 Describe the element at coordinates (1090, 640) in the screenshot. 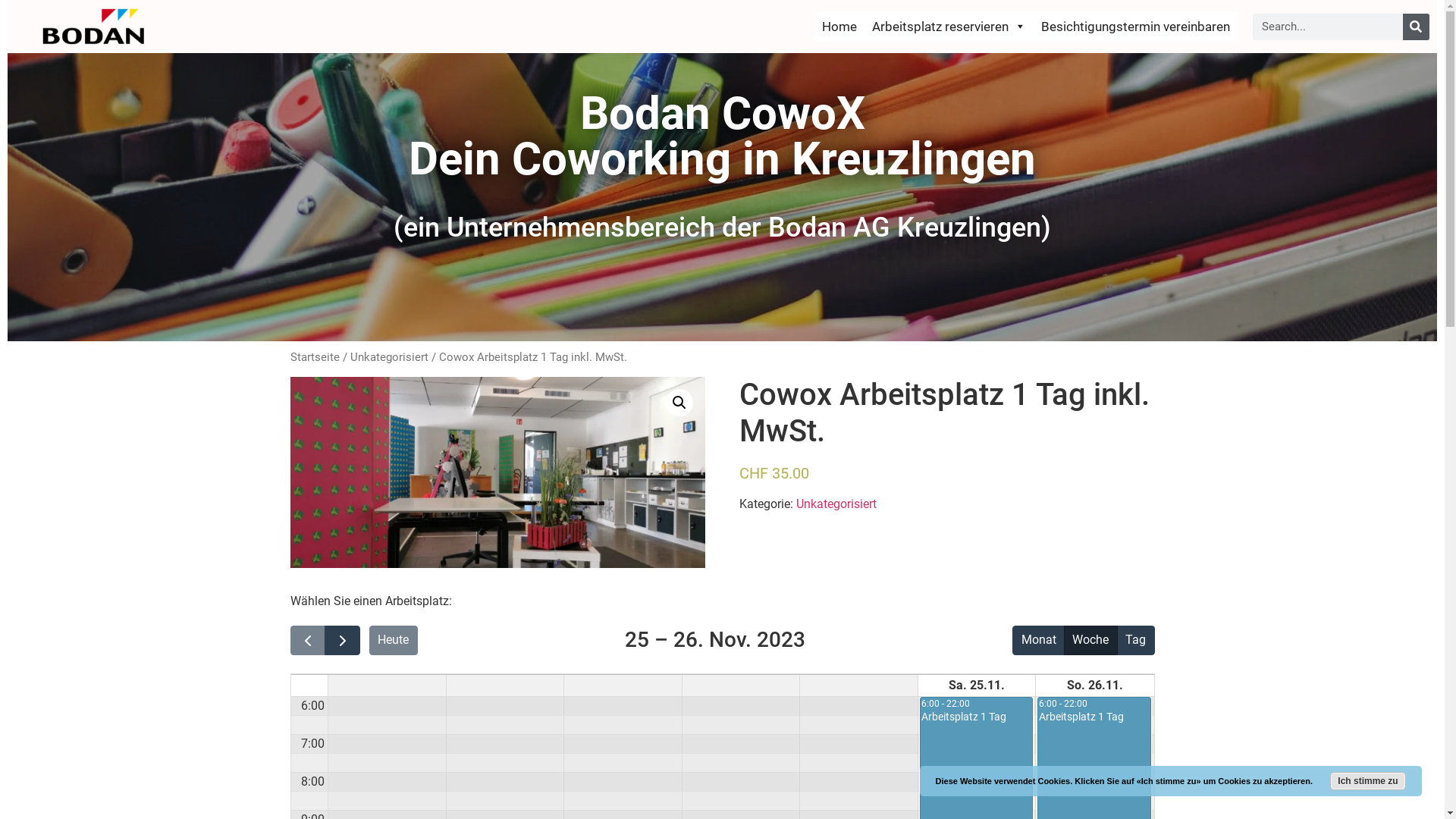

I see `'Woche'` at that location.